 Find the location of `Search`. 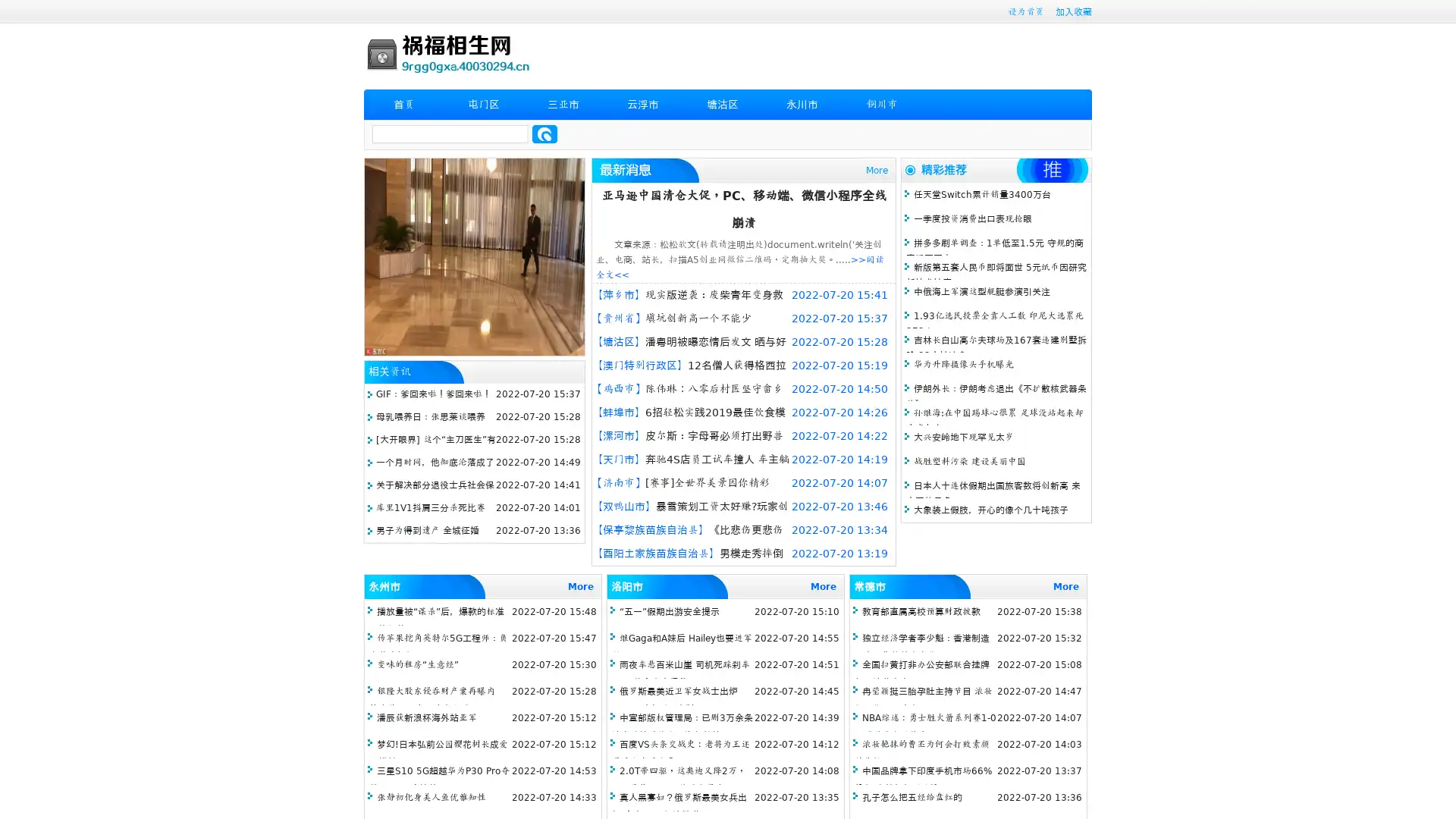

Search is located at coordinates (544, 133).